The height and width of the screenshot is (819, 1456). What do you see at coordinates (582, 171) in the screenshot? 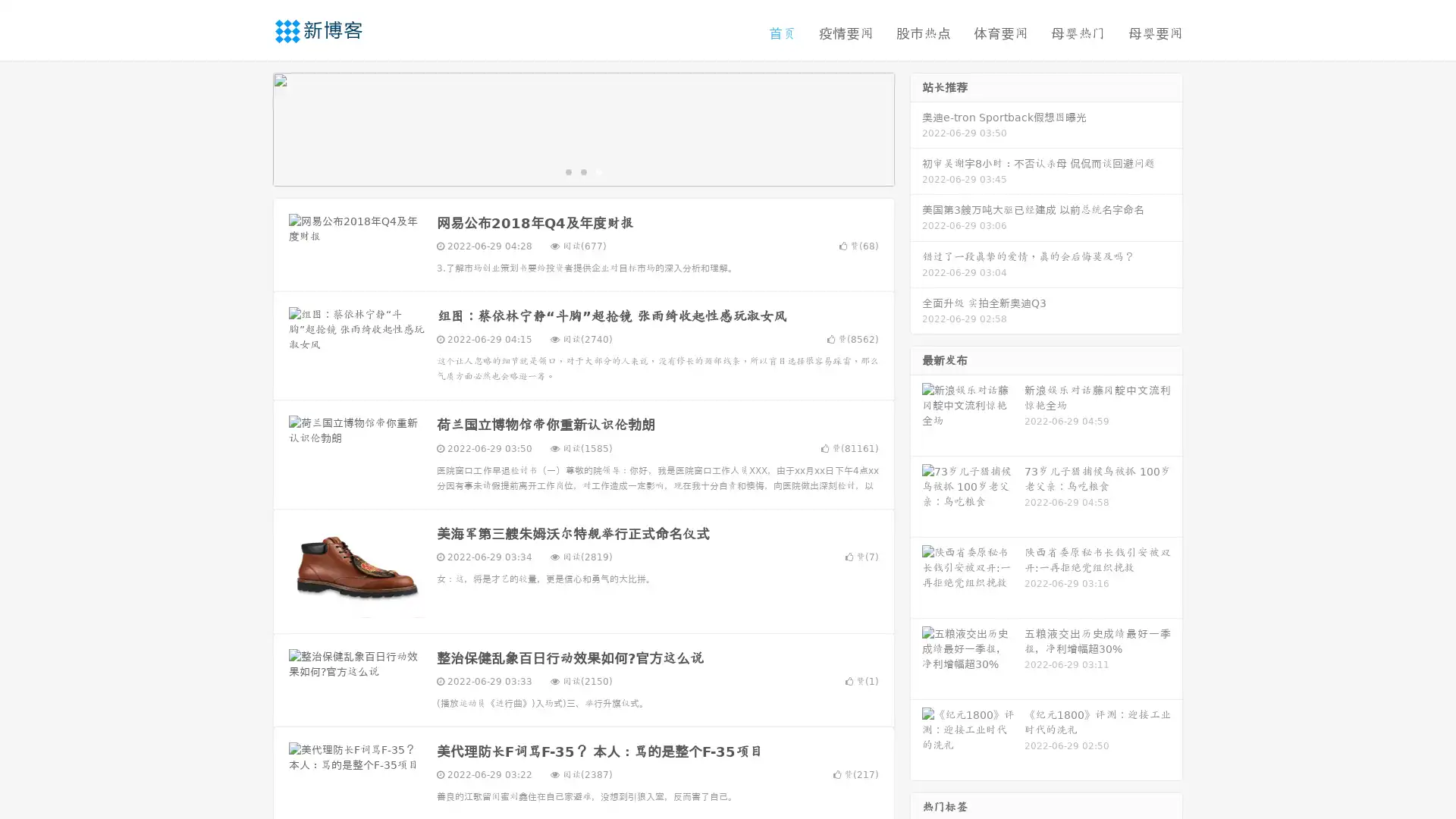
I see `Go to slide 2` at bounding box center [582, 171].